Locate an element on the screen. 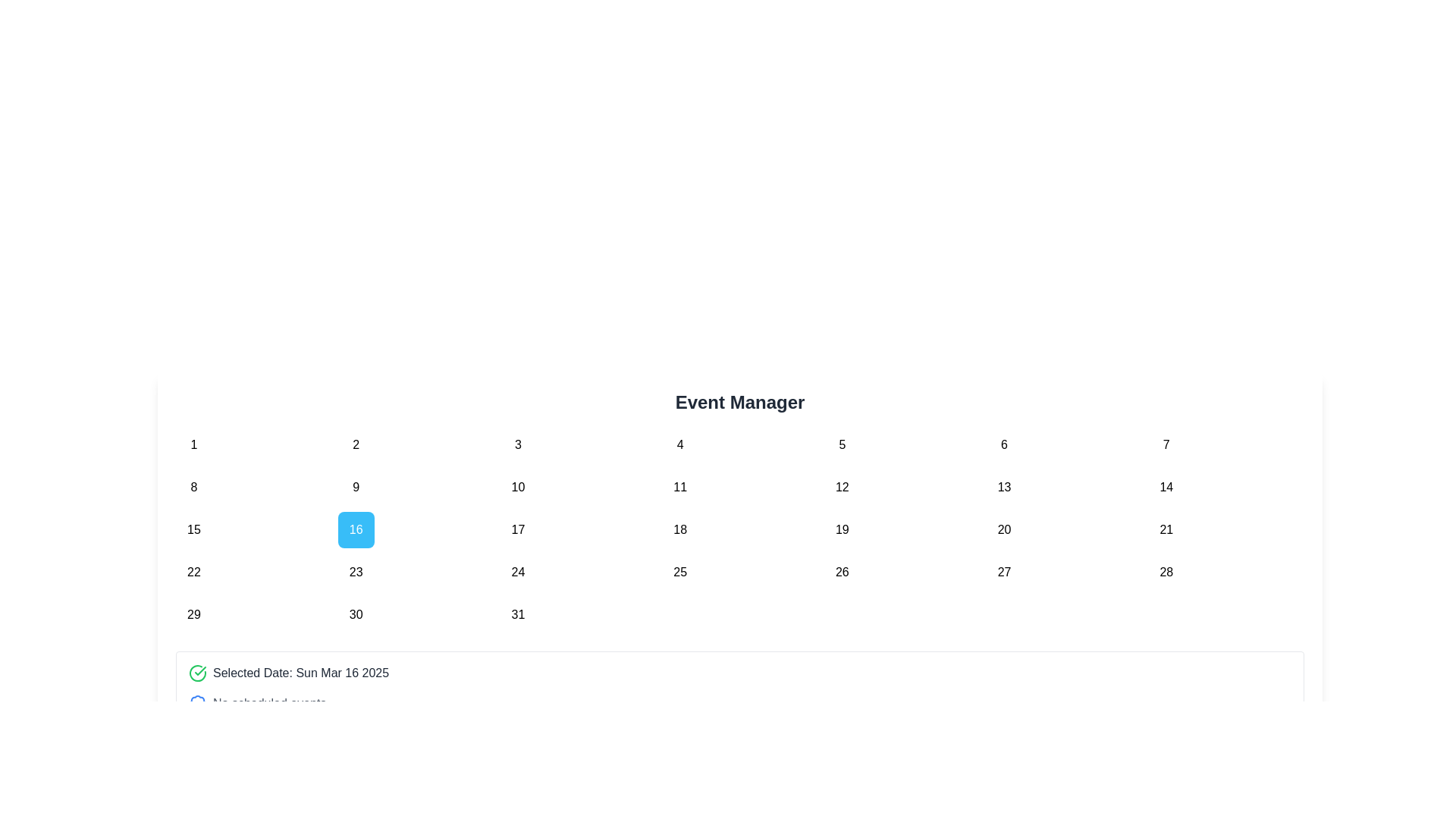 The width and height of the screenshot is (1456, 819). the square button with rounded corners displaying the number '12' is located at coordinates (841, 488).